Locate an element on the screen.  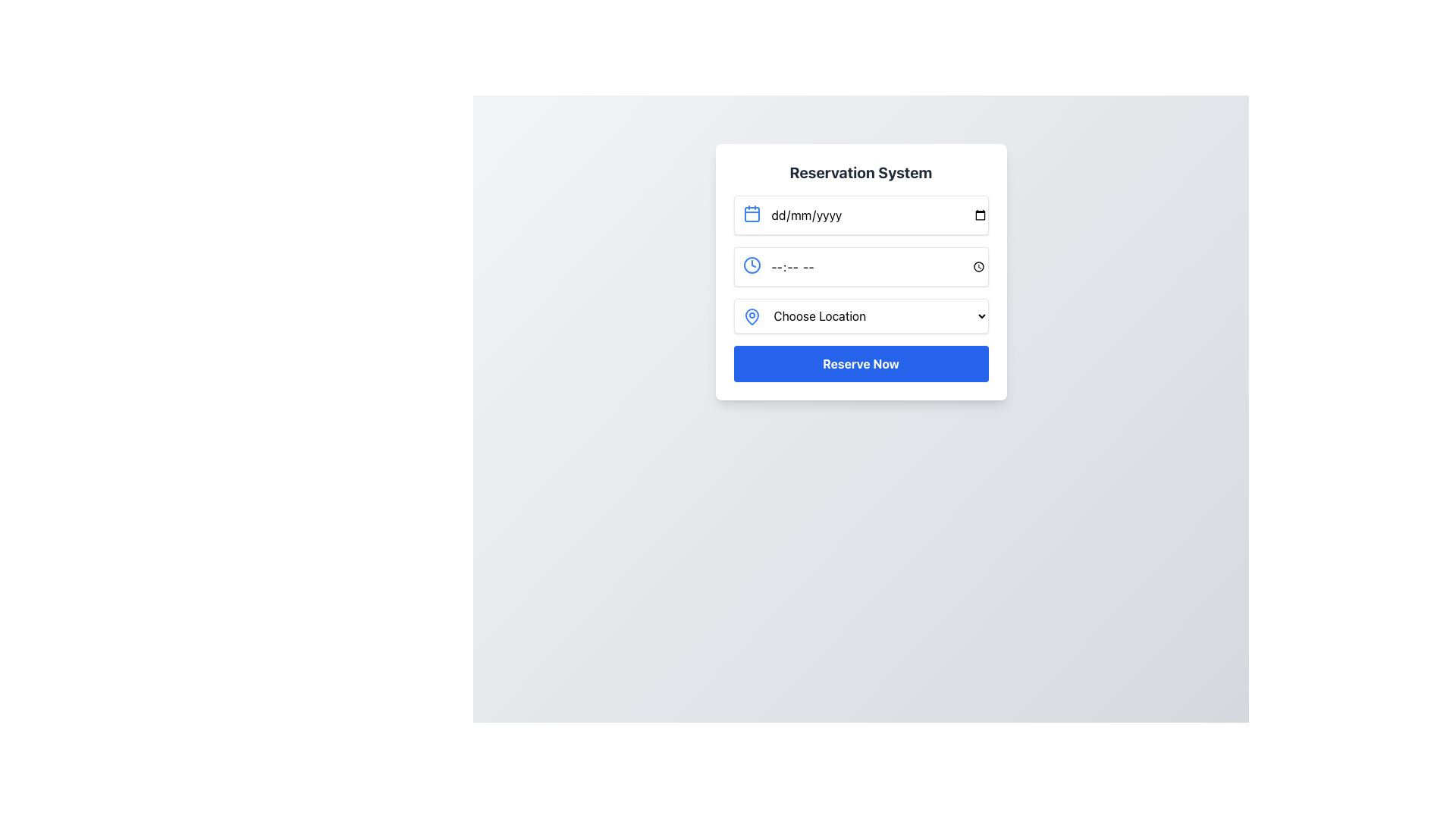
the Date Input Field in the Reservation System is located at coordinates (861, 215).